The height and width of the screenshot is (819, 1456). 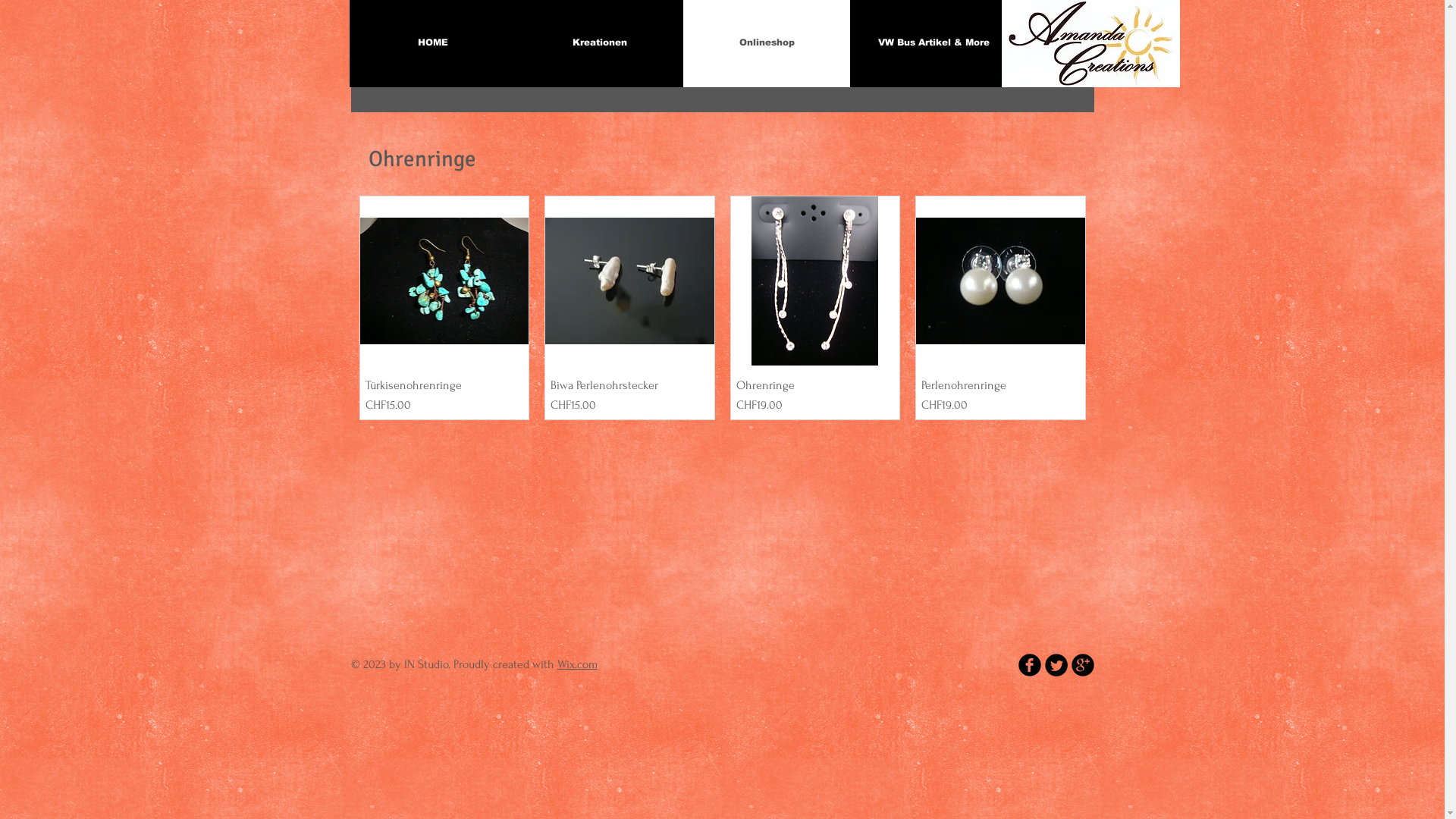 I want to click on 'Ohrenringe, so click(x=814, y=395).